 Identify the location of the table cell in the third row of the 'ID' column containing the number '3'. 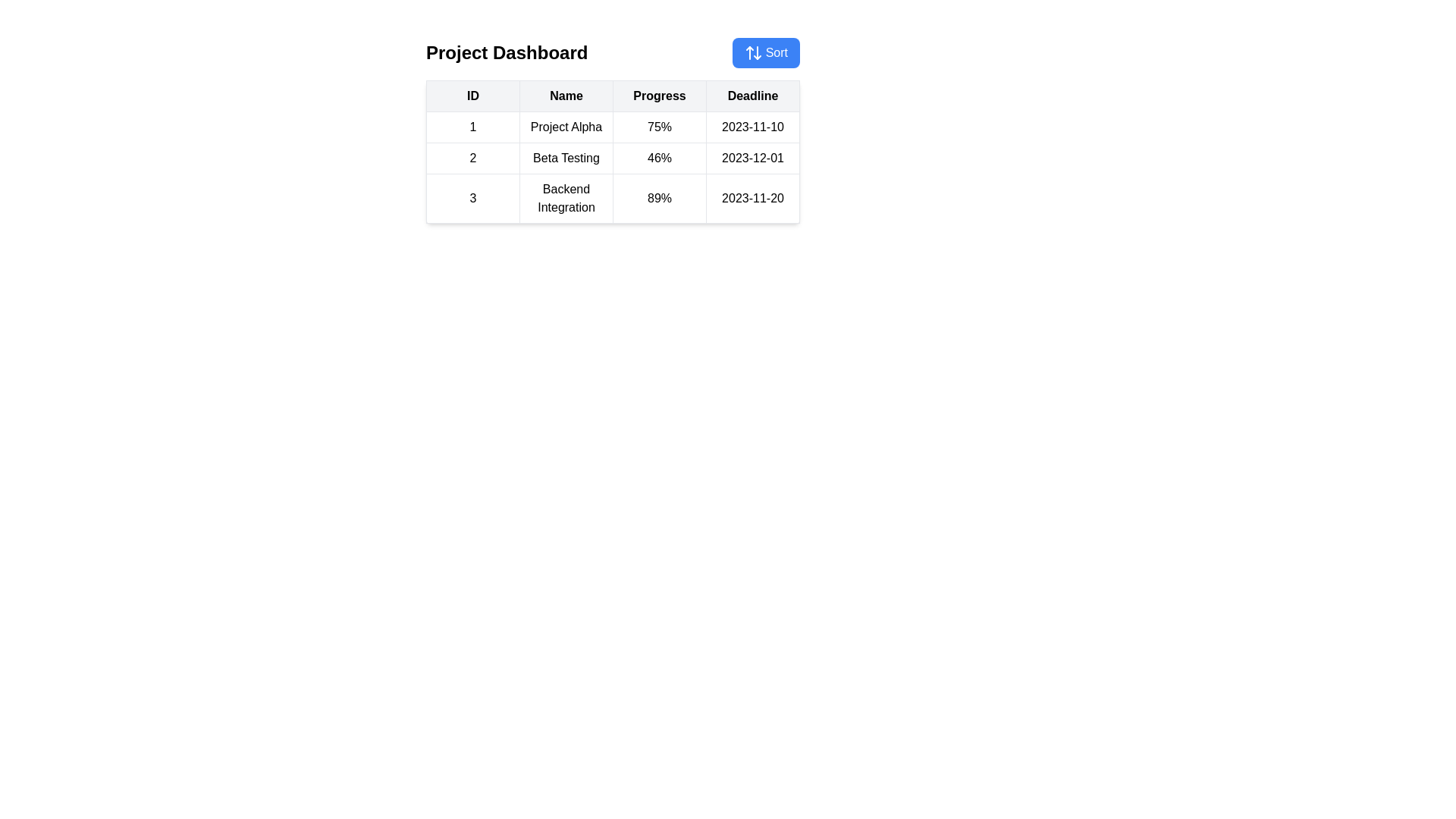
(472, 198).